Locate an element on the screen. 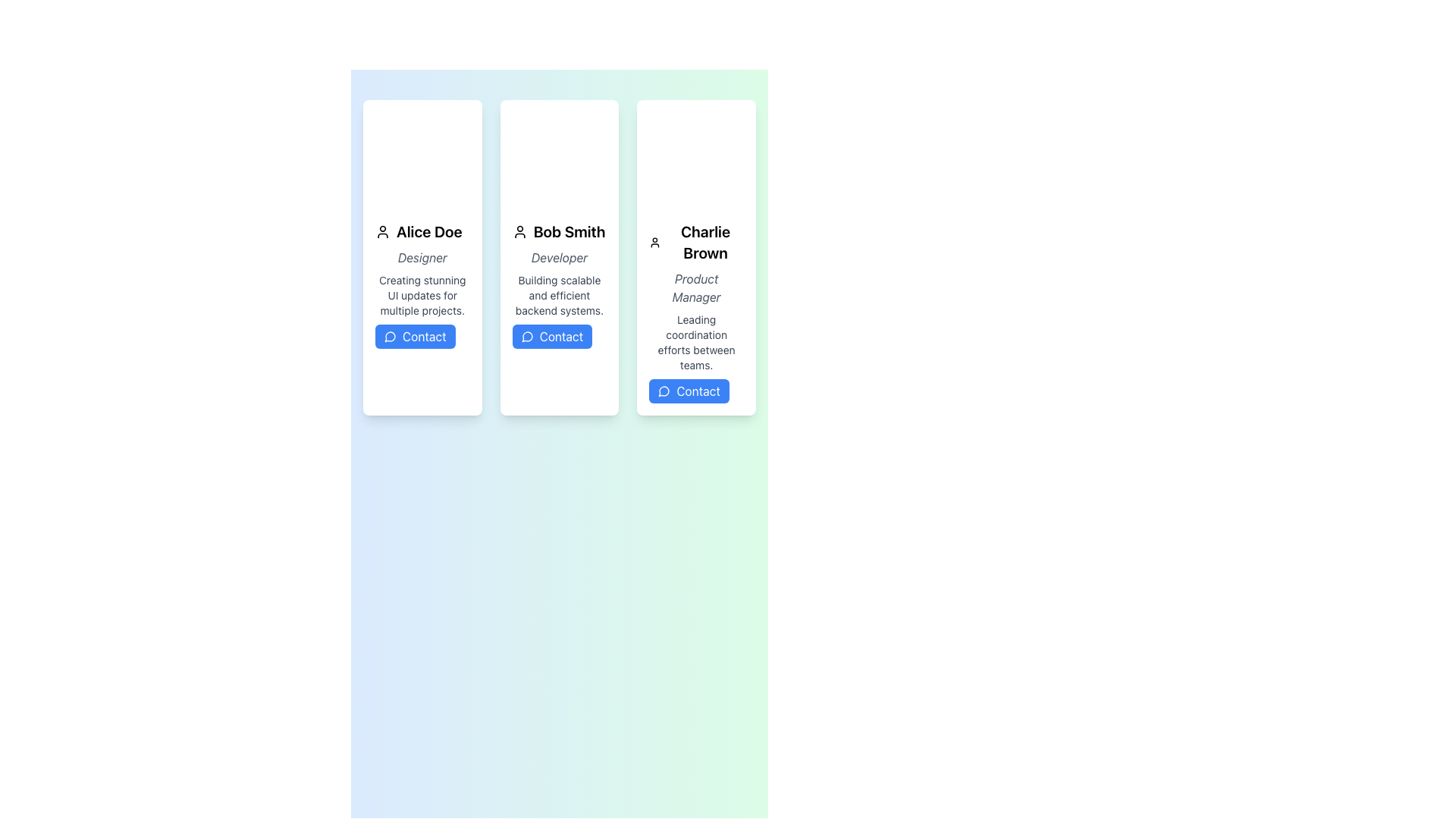  the text label 'Alice Doe' which is prominently styled in bold font and located in the header section of the first card in a grid layout is located at coordinates (422, 231).